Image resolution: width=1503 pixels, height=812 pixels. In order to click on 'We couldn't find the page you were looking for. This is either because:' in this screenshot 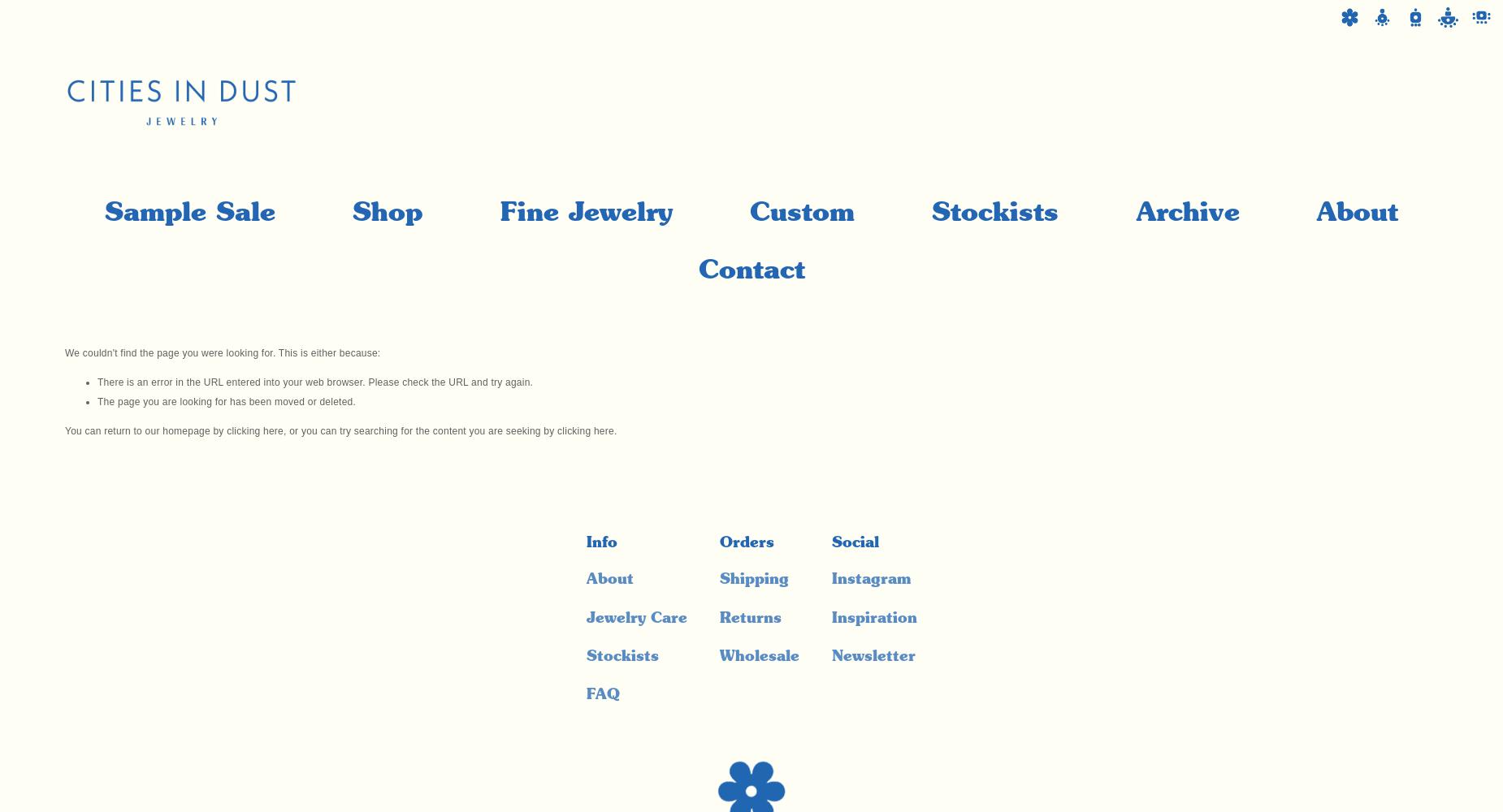, I will do `click(221, 353)`.